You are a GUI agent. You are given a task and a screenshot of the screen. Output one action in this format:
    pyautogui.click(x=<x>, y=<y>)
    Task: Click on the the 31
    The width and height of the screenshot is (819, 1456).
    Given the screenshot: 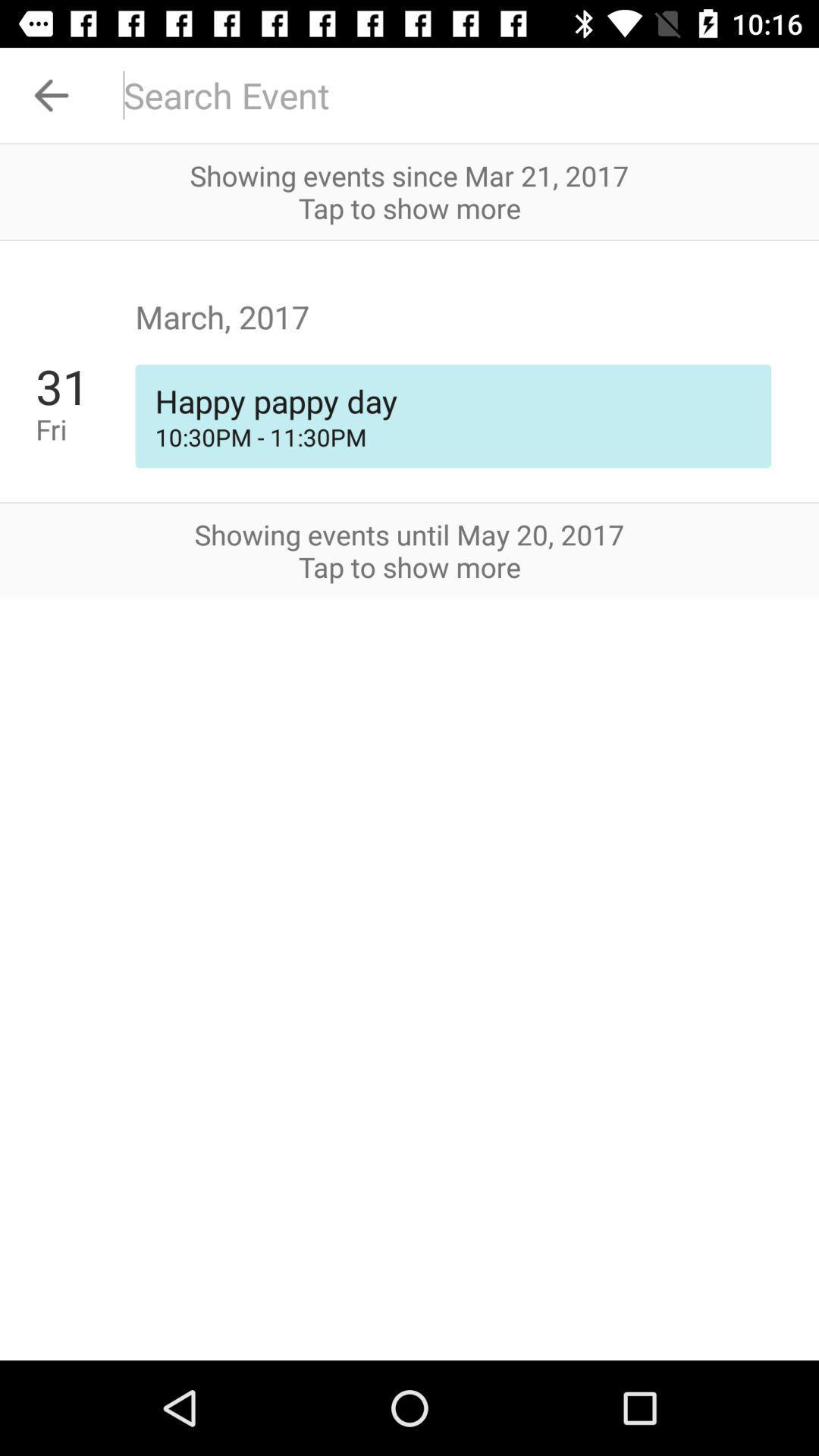 What is the action you would take?
    pyautogui.click(x=85, y=386)
    